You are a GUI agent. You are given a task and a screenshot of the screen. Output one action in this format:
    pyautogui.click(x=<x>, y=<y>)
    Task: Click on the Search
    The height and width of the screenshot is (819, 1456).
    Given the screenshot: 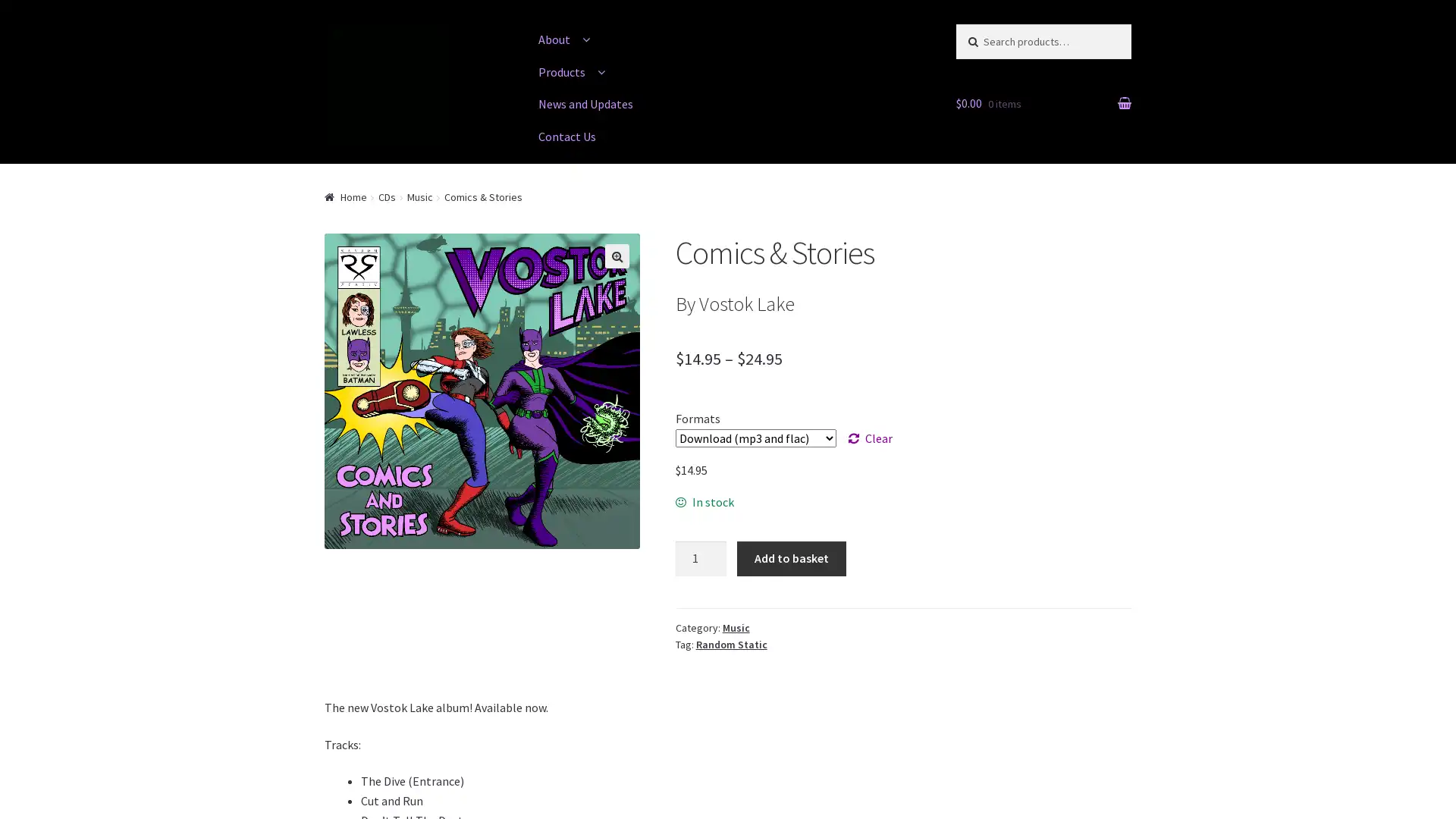 What is the action you would take?
    pyautogui.click(x=987, y=38)
    